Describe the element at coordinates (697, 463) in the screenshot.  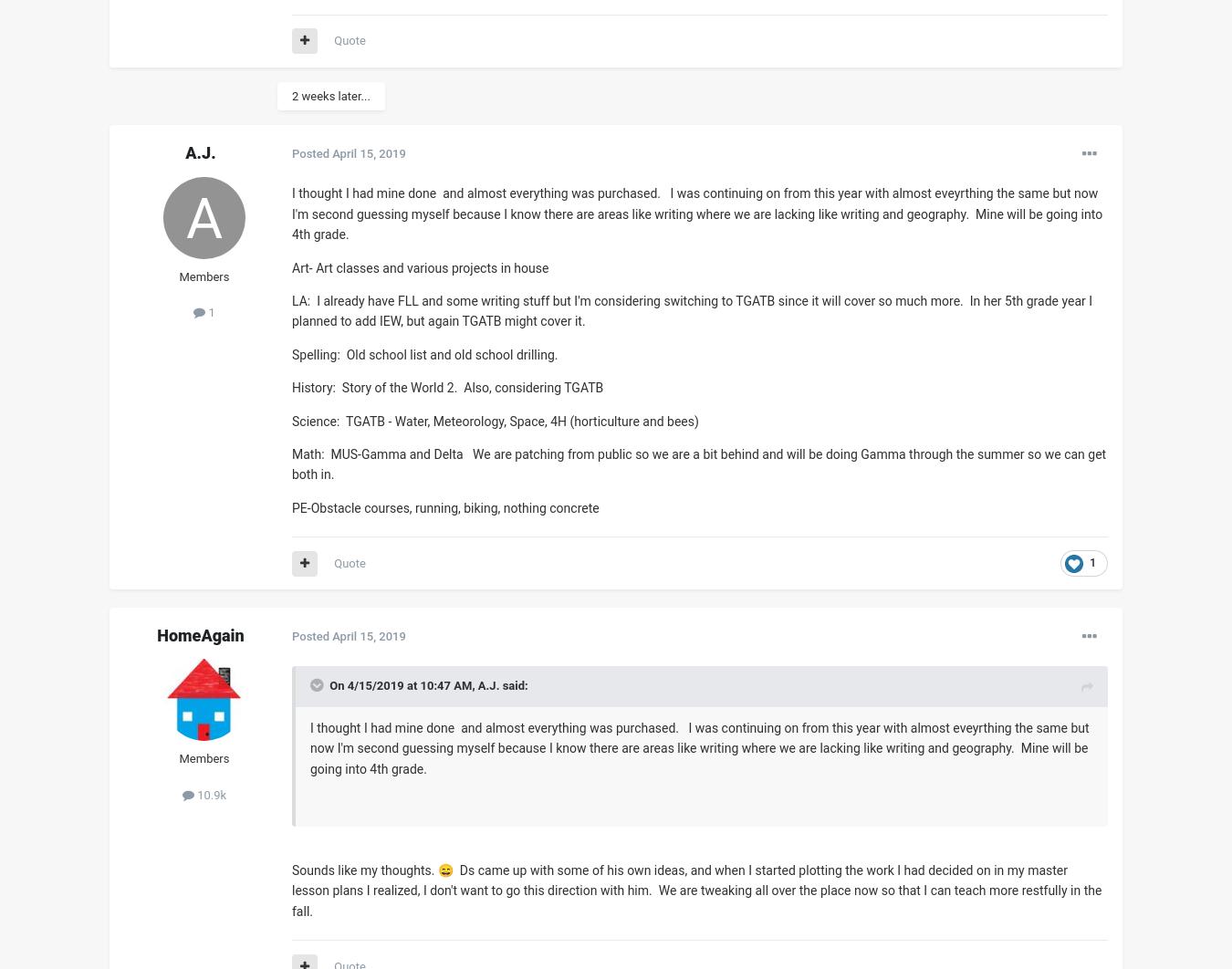
I see `'Math:  MUS-Gamma and Delta   We are patching from public so we are a bit behind and will be doing Gamma through the summer so we can get both in.'` at that location.